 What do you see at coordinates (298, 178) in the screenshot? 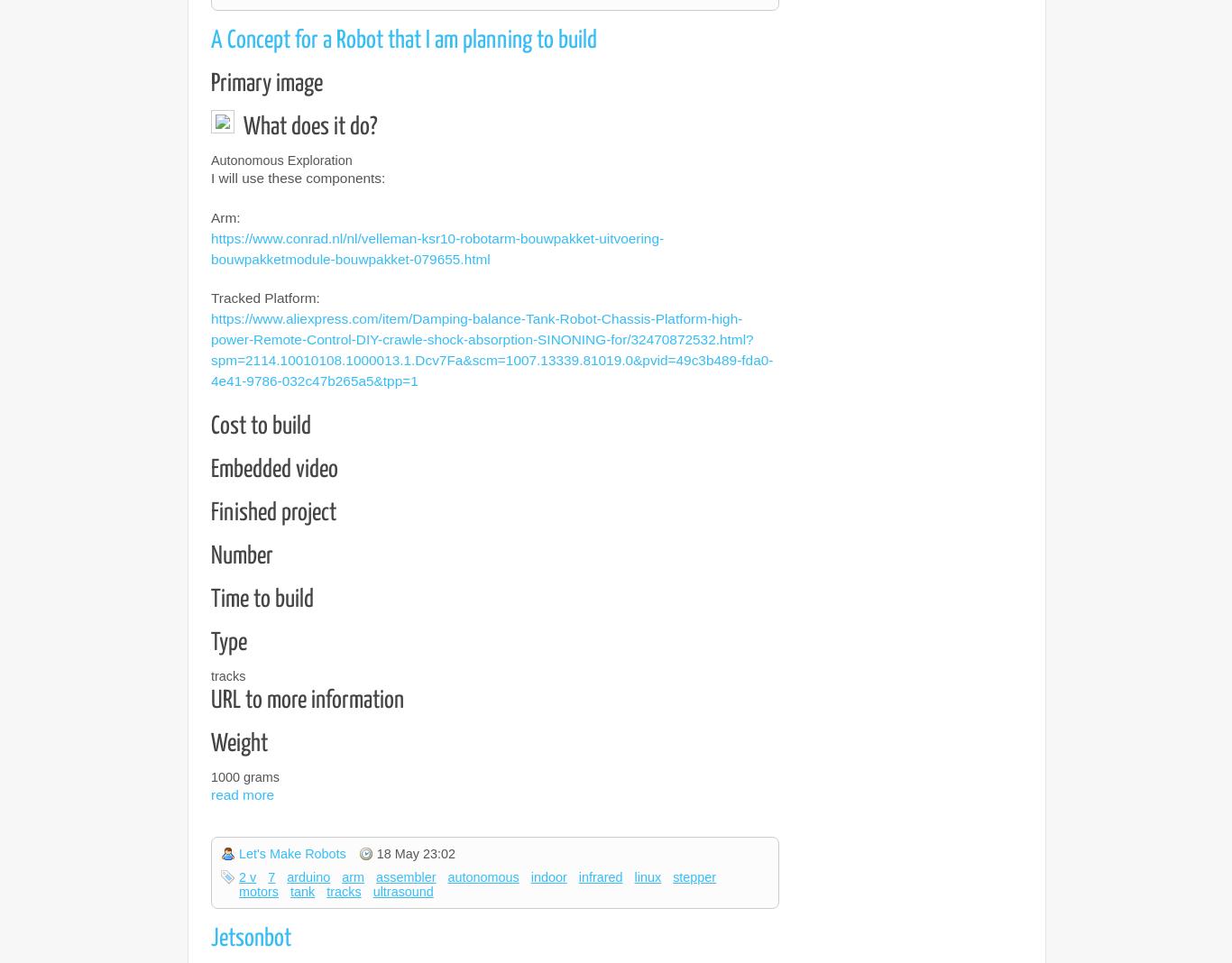
I see `'I will use these components:'` at bounding box center [298, 178].